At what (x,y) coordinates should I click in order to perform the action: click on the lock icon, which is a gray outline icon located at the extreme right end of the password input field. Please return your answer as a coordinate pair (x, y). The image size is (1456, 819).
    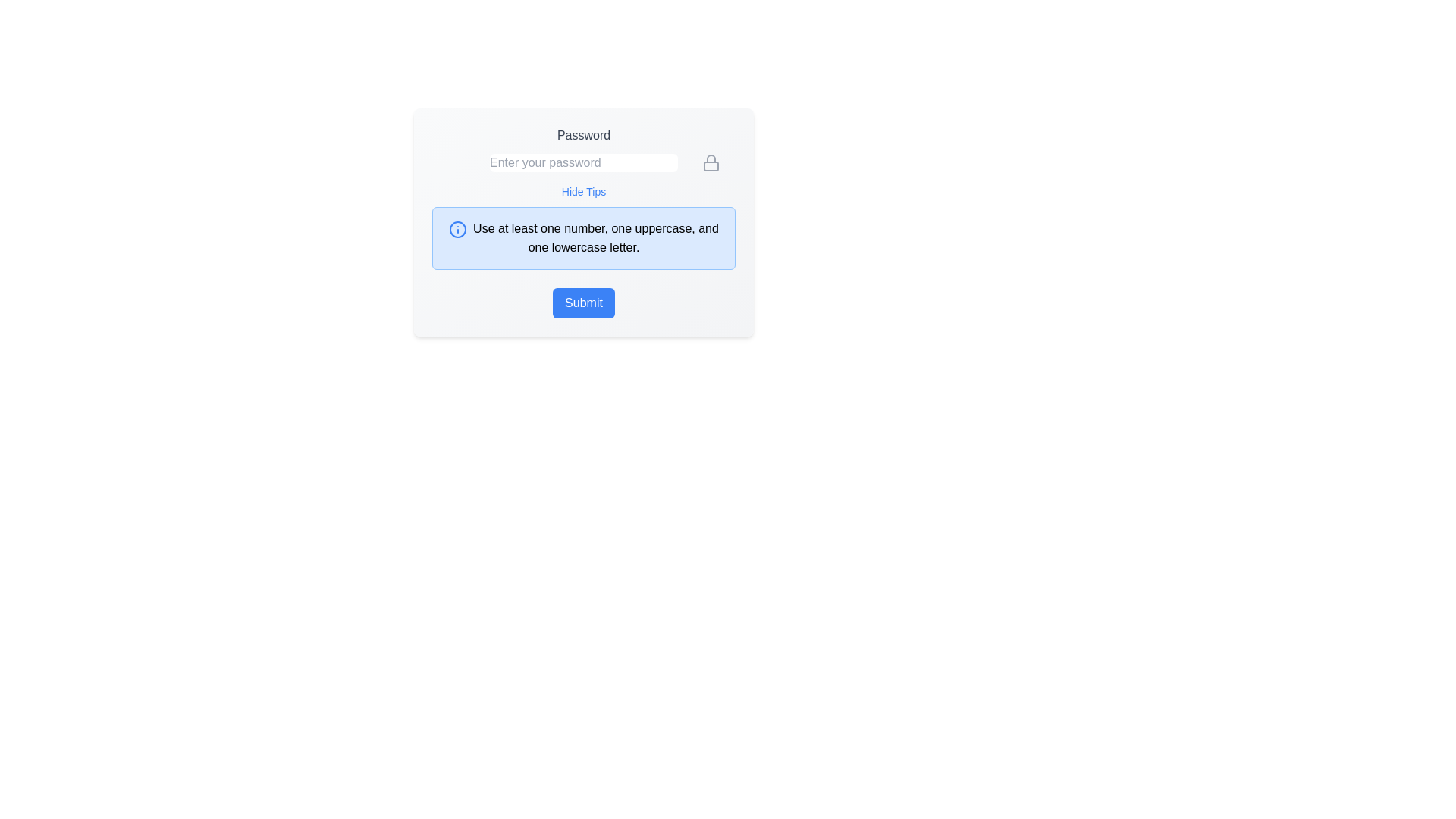
    Looking at the image, I should click on (710, 163).